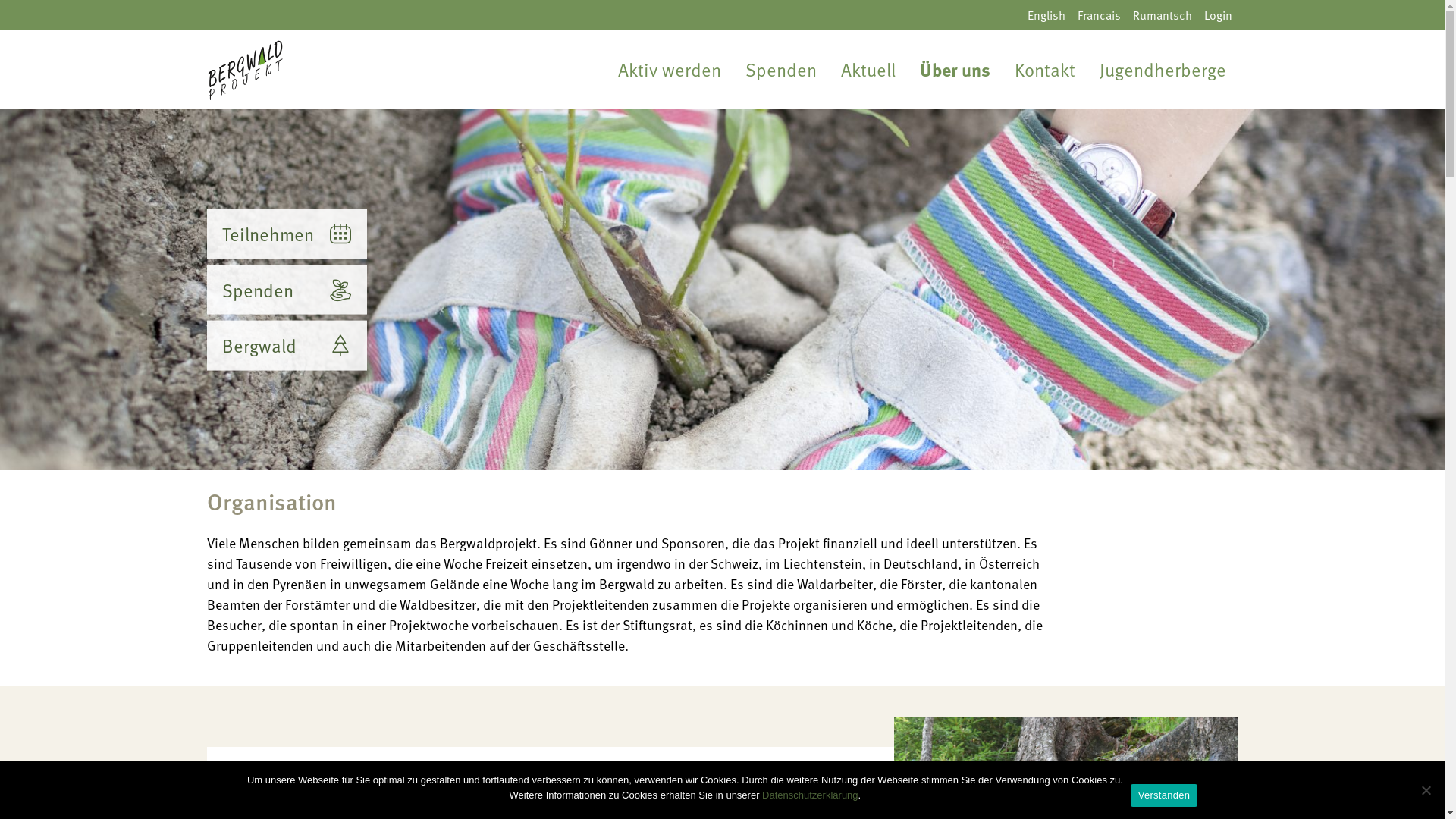 This screenshot has width=1456, height=819. I want to click on 'No', so click(1425, 789).